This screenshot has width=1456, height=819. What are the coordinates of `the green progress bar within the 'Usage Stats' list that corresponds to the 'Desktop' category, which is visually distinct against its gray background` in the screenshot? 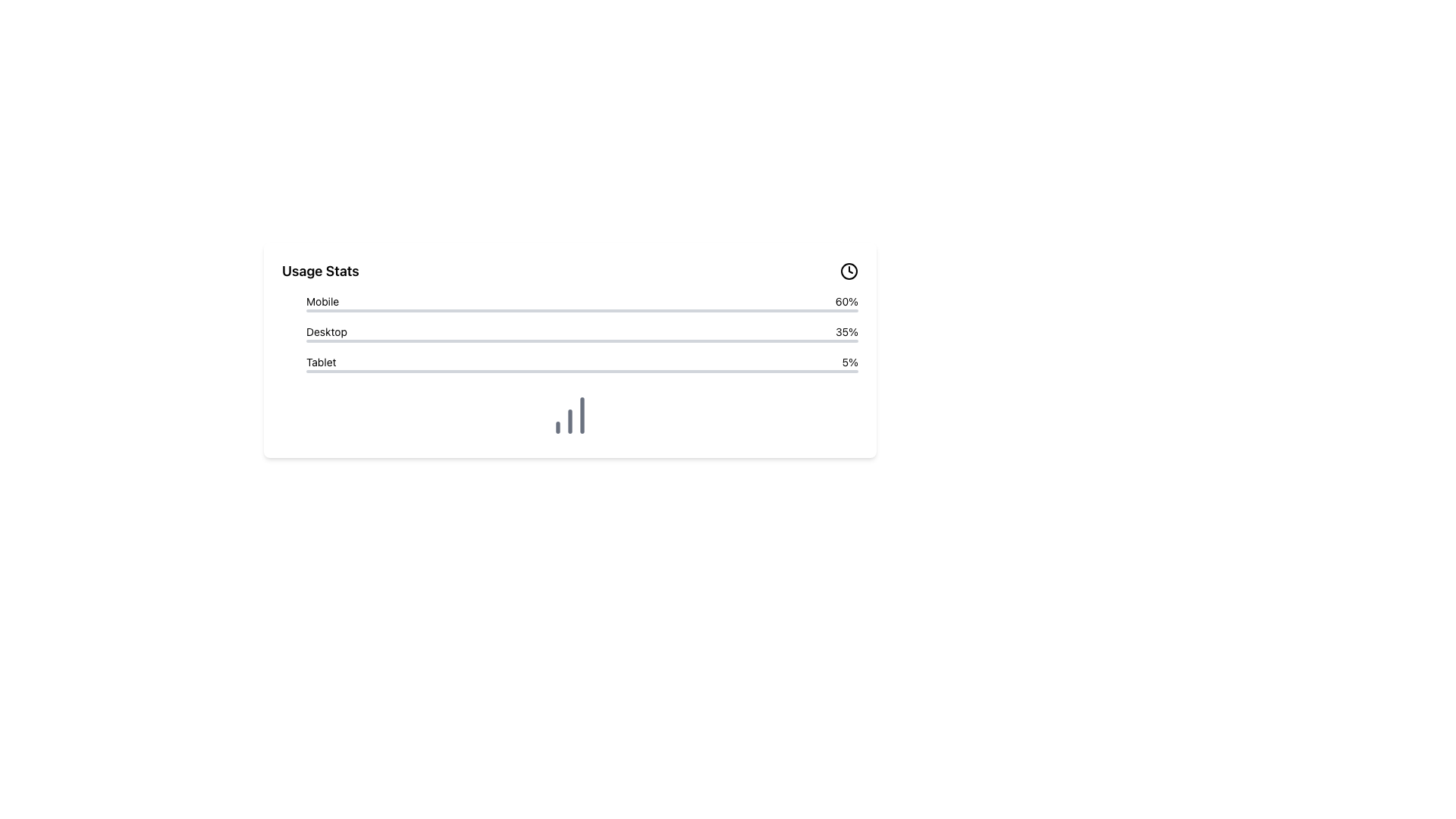 It's located at (403, 341).